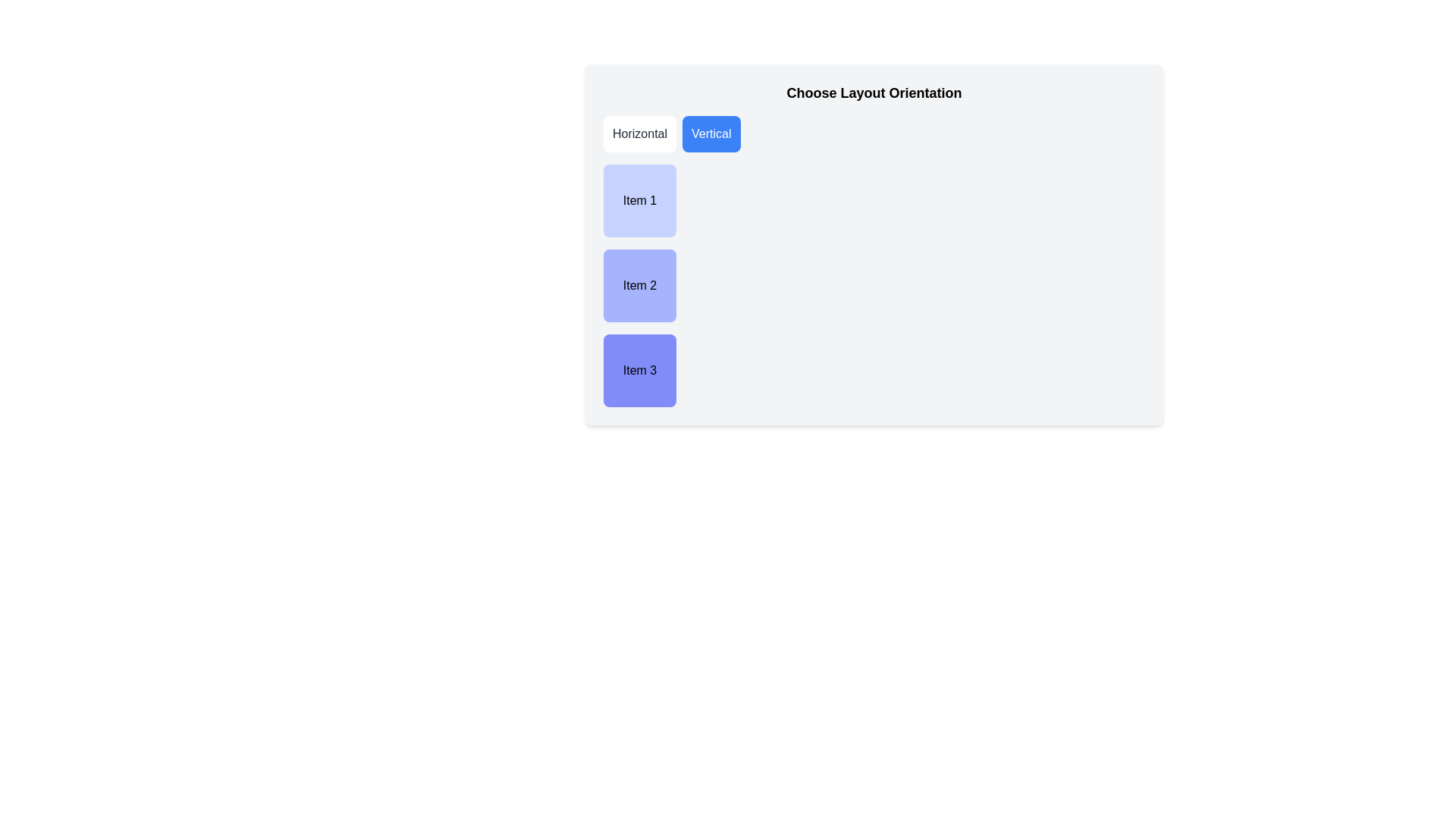 Image resolution: width=1456 pixels, height=819 pixels. I want to click on the leftmost button labeled 'Horizontal', so click(640, 133).